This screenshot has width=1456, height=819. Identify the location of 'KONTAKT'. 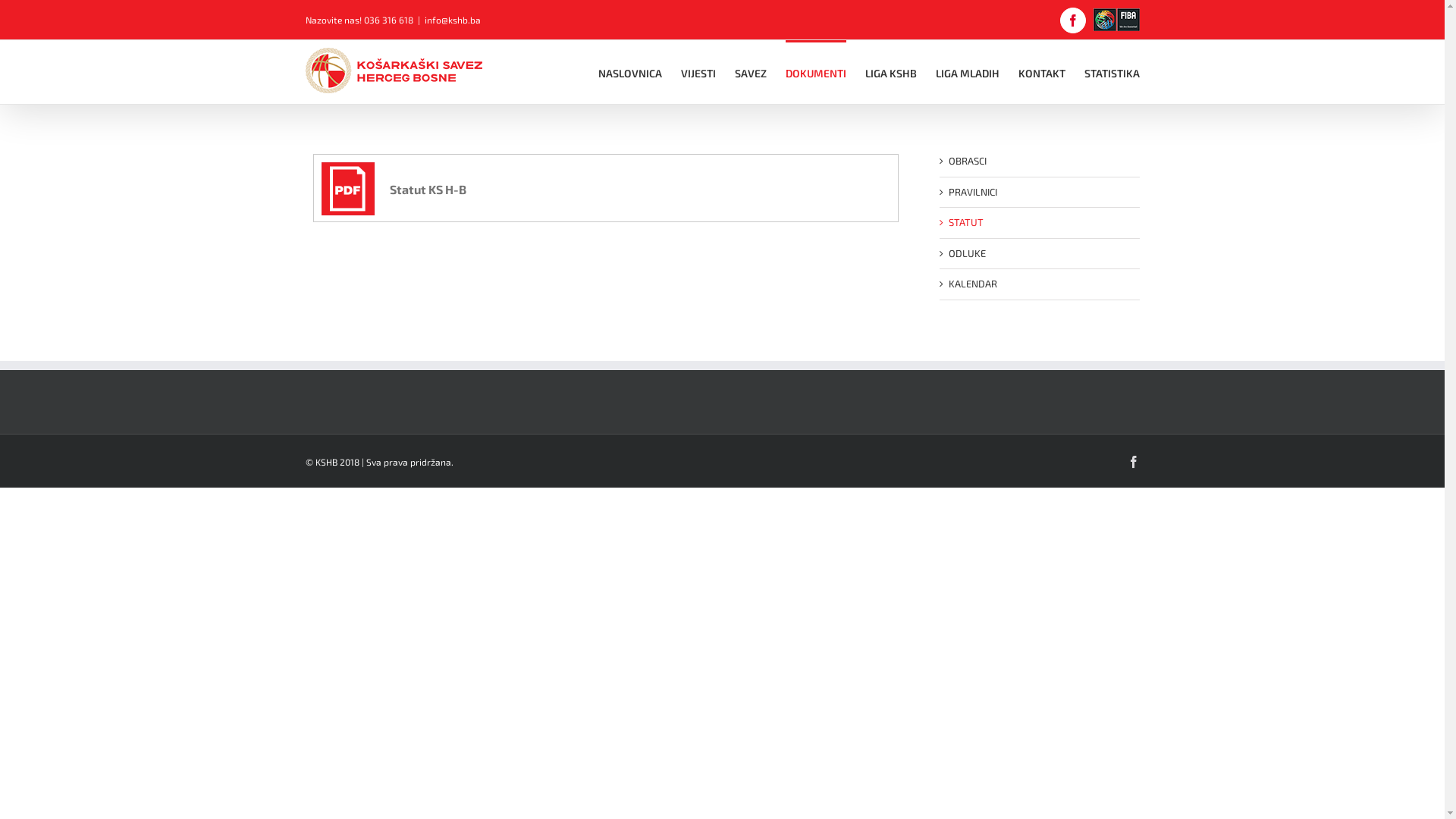
(1040, 72).